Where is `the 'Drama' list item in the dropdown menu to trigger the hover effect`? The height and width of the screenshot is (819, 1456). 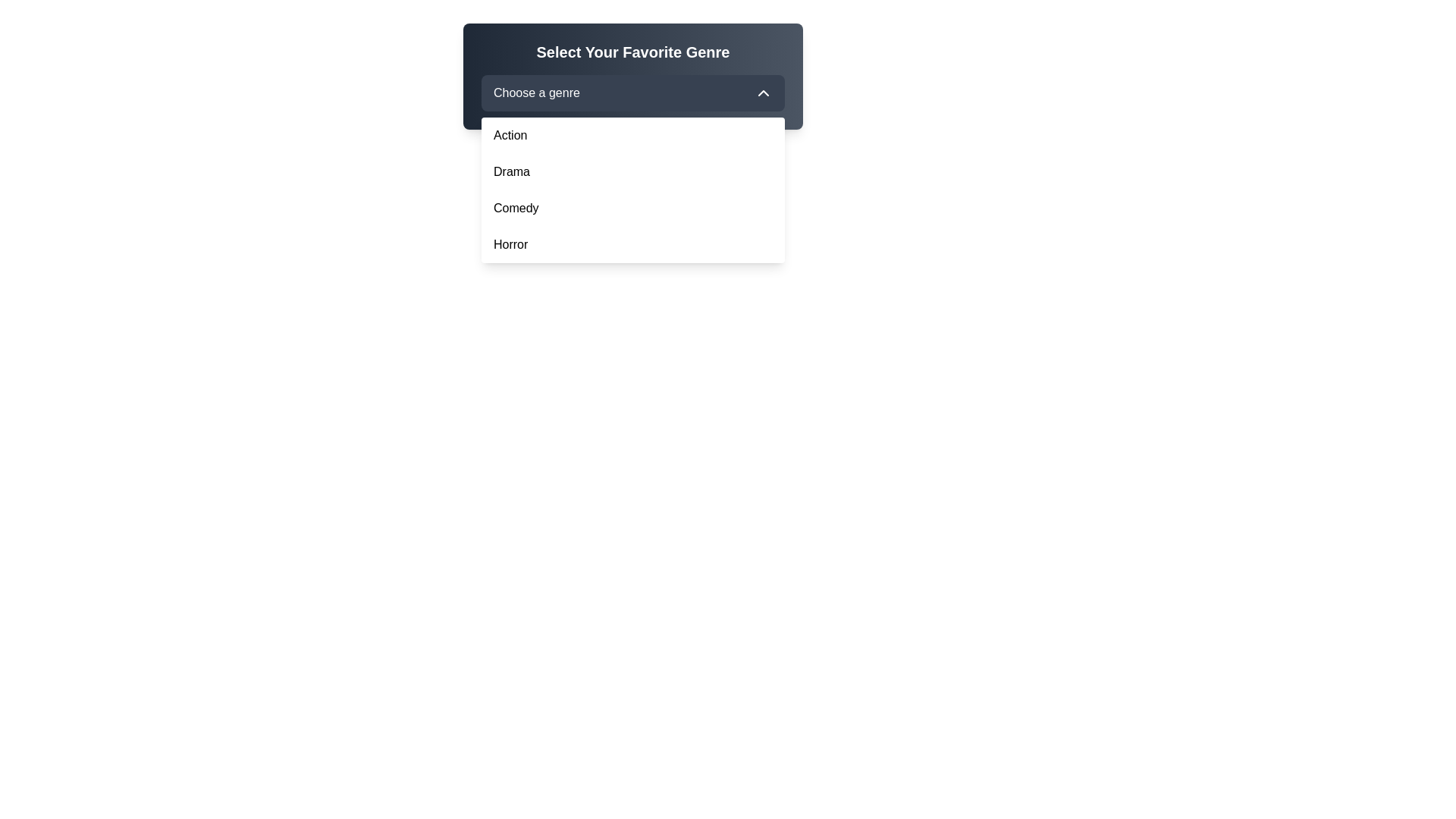 the 'Drama' list item in the dropdown menu to trigger the hover effect is located at coordinates (633, 171).